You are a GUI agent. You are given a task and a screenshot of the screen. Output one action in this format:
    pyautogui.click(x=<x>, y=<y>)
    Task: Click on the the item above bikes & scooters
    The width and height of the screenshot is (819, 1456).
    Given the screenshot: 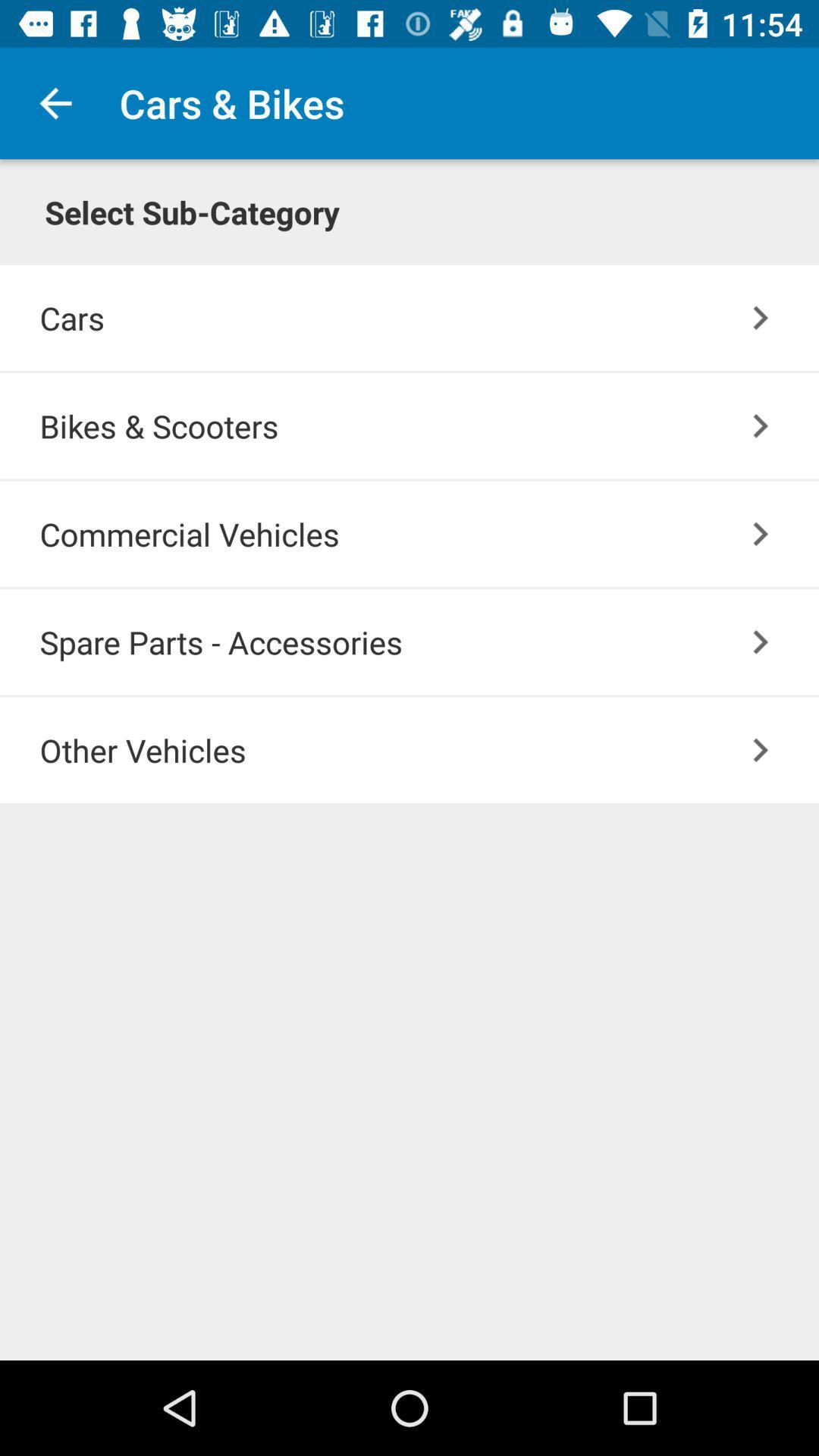 What is the action you would take?
    pyautogui.click(x=761, y=317)
    